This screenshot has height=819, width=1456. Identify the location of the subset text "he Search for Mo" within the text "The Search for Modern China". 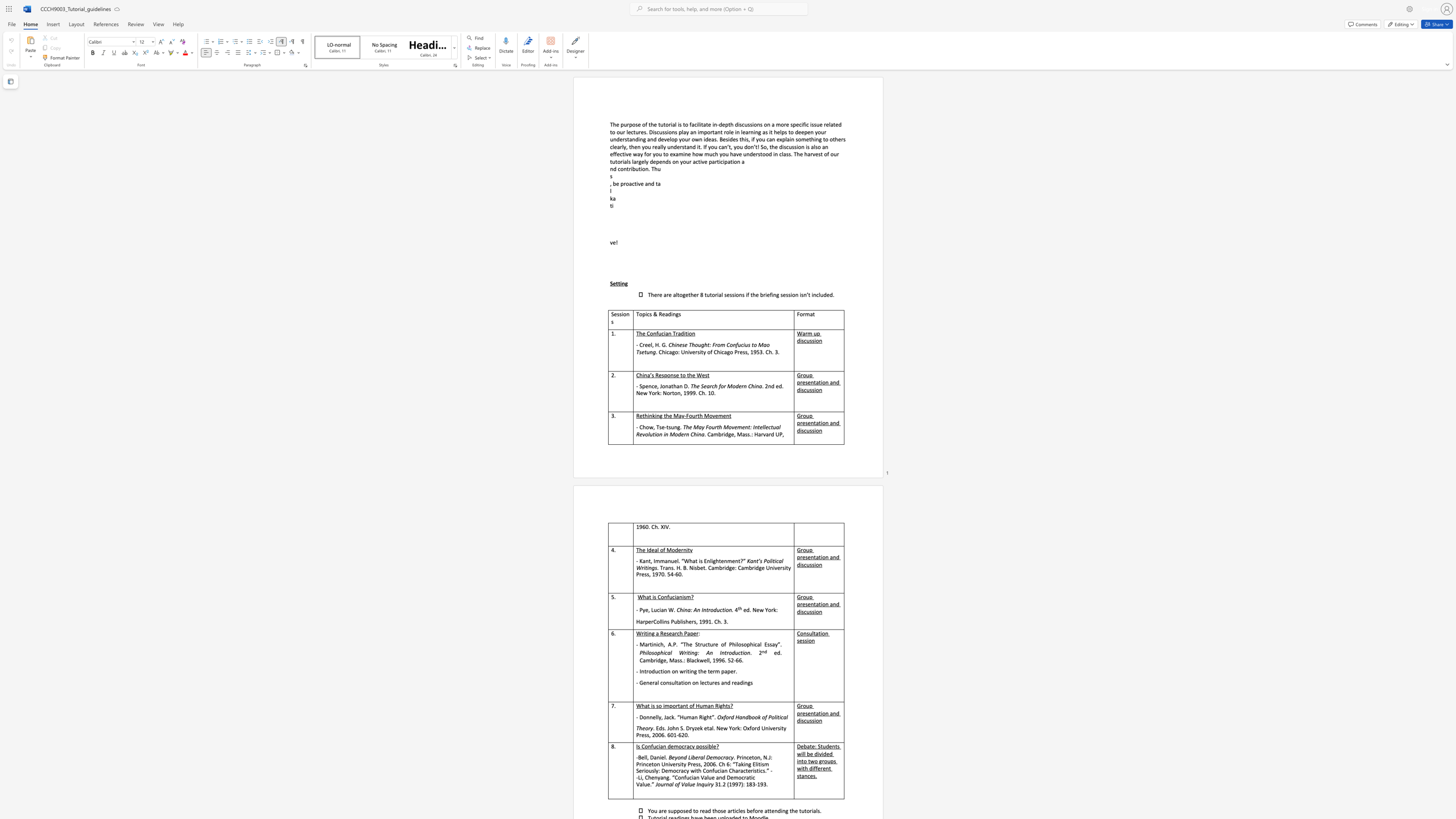
(694, 385).